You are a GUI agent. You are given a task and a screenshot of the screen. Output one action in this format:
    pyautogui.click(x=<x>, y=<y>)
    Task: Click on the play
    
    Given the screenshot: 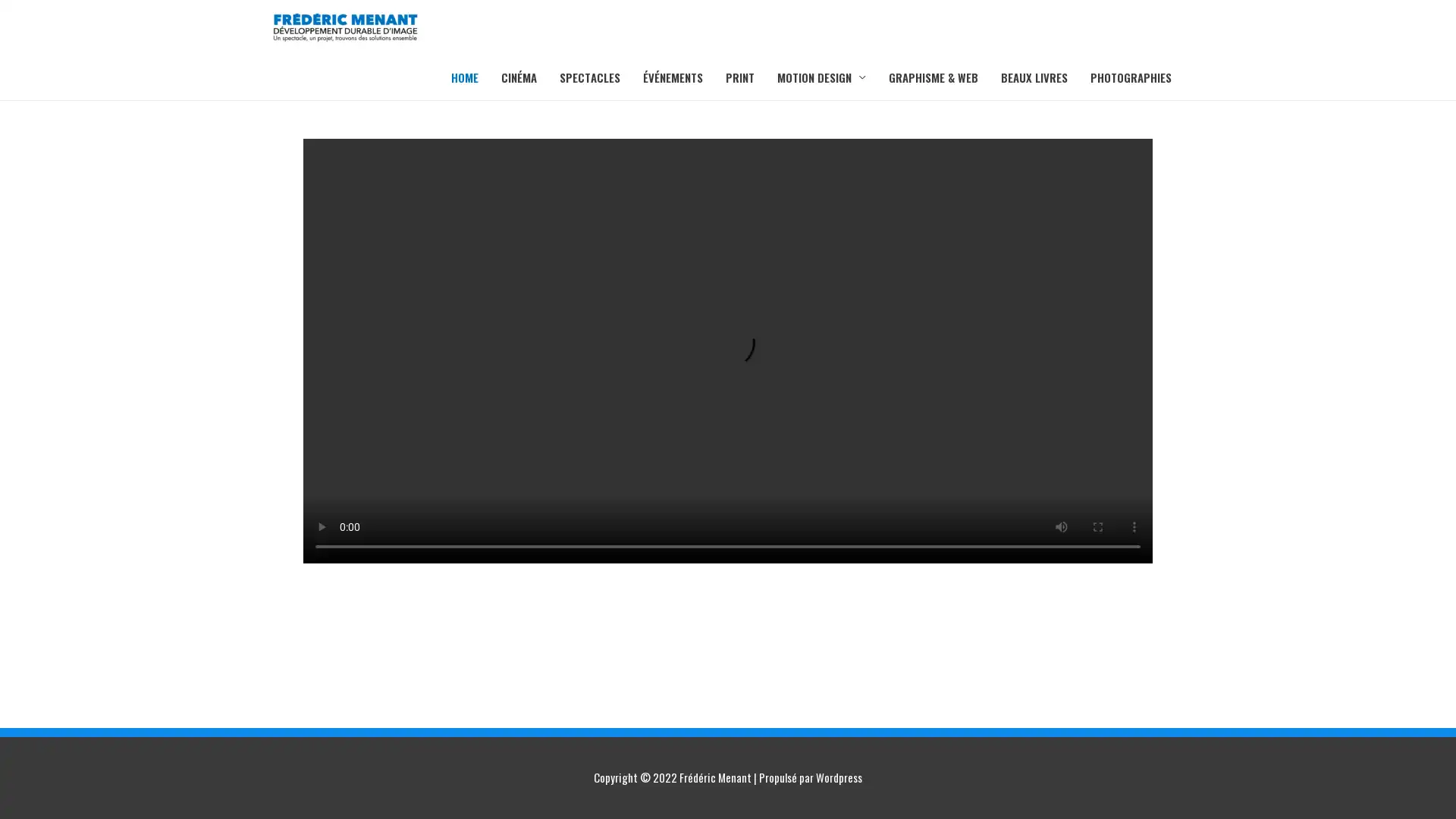 What is the action you would take?
    pyautogui.click(x=320, y=526)
    